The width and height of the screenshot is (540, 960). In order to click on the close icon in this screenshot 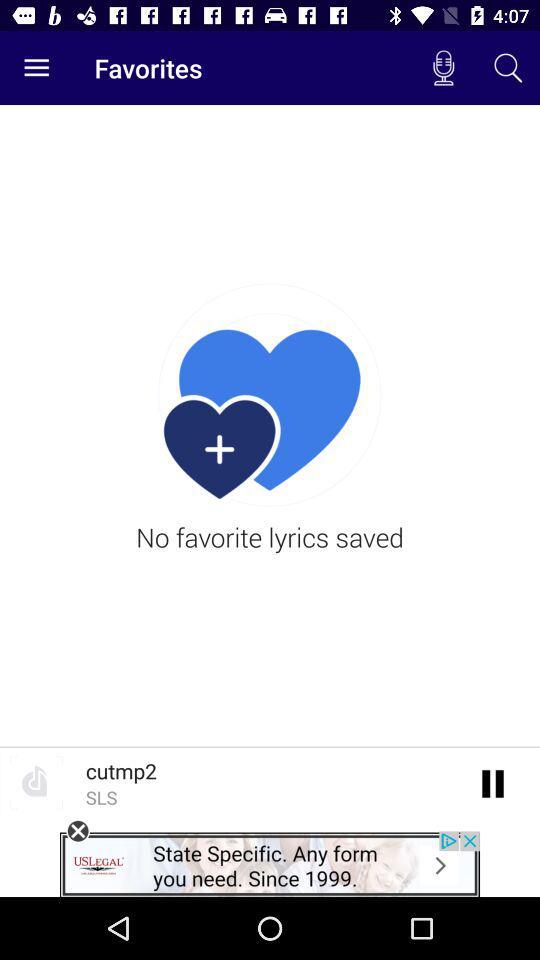, I will do `click(77, 831)`.